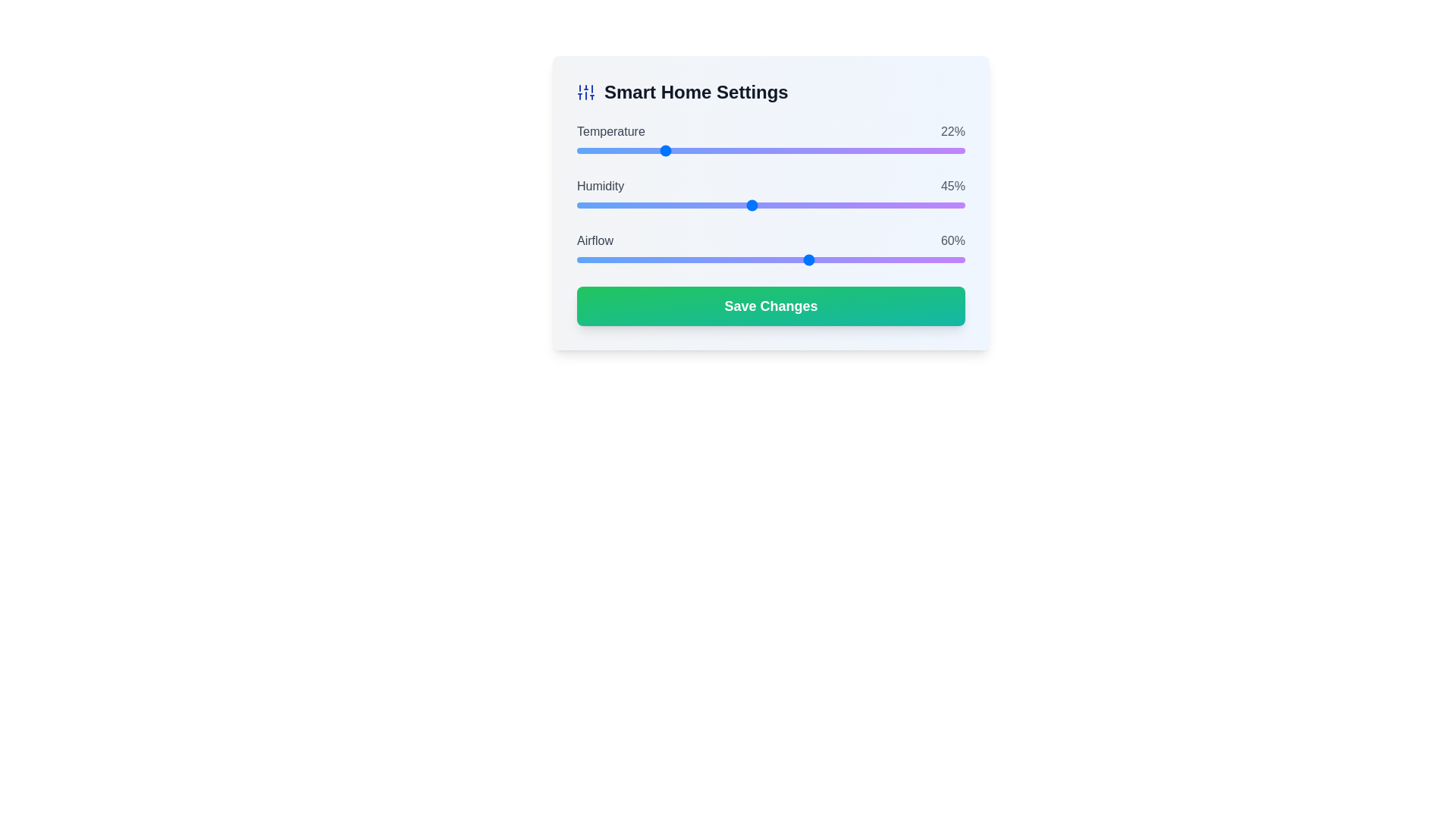 Image resolution: width=1456 pixels, height=819 pixels. I want to click on the humidity level, so click(627, 201).